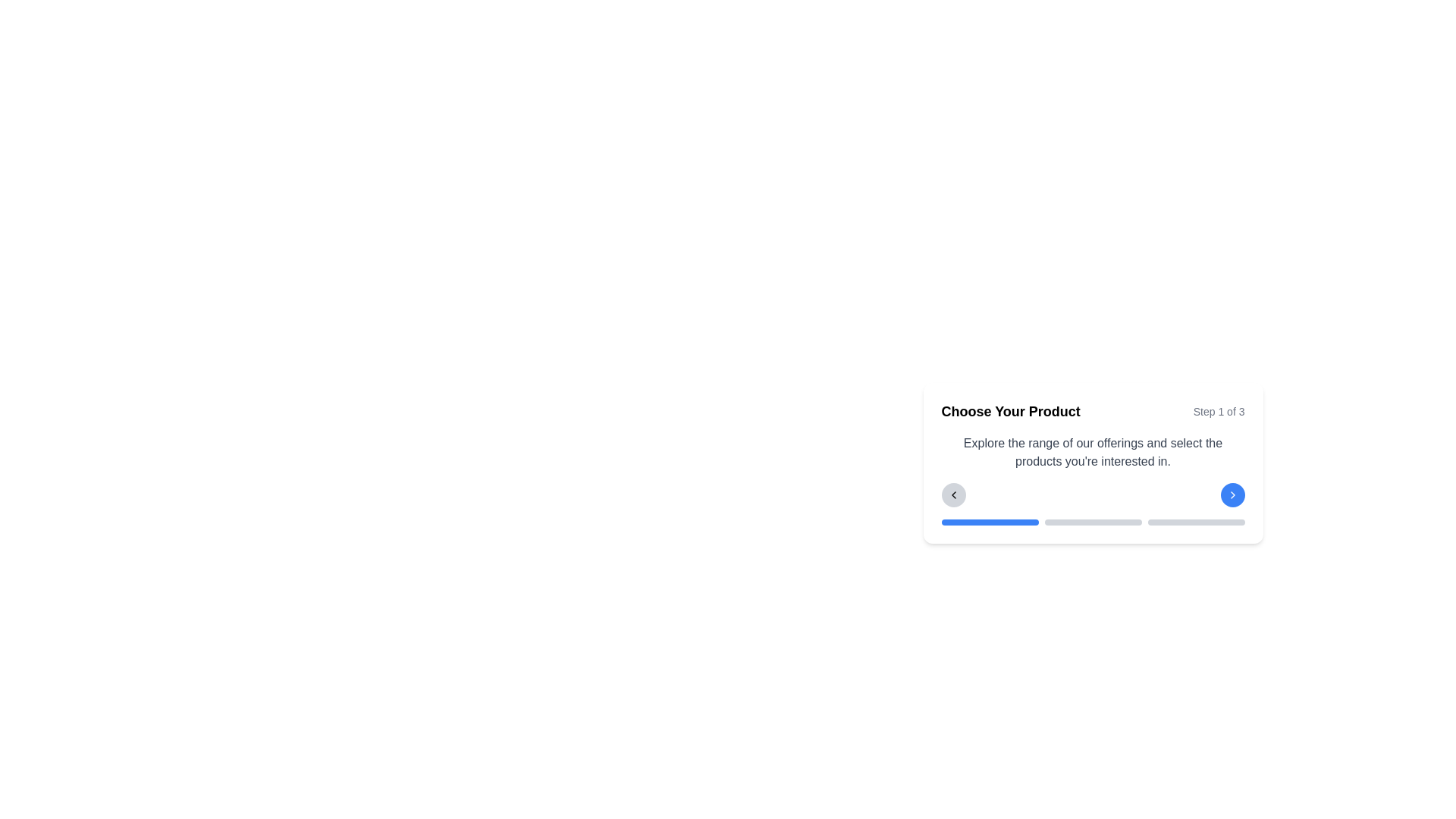 This screenshot has width=1456, height=819. I want to click on the third and last bar of the progress indicator located below the 'Choose Your Product' text and near the navigation buttons, so click(1195, 522).